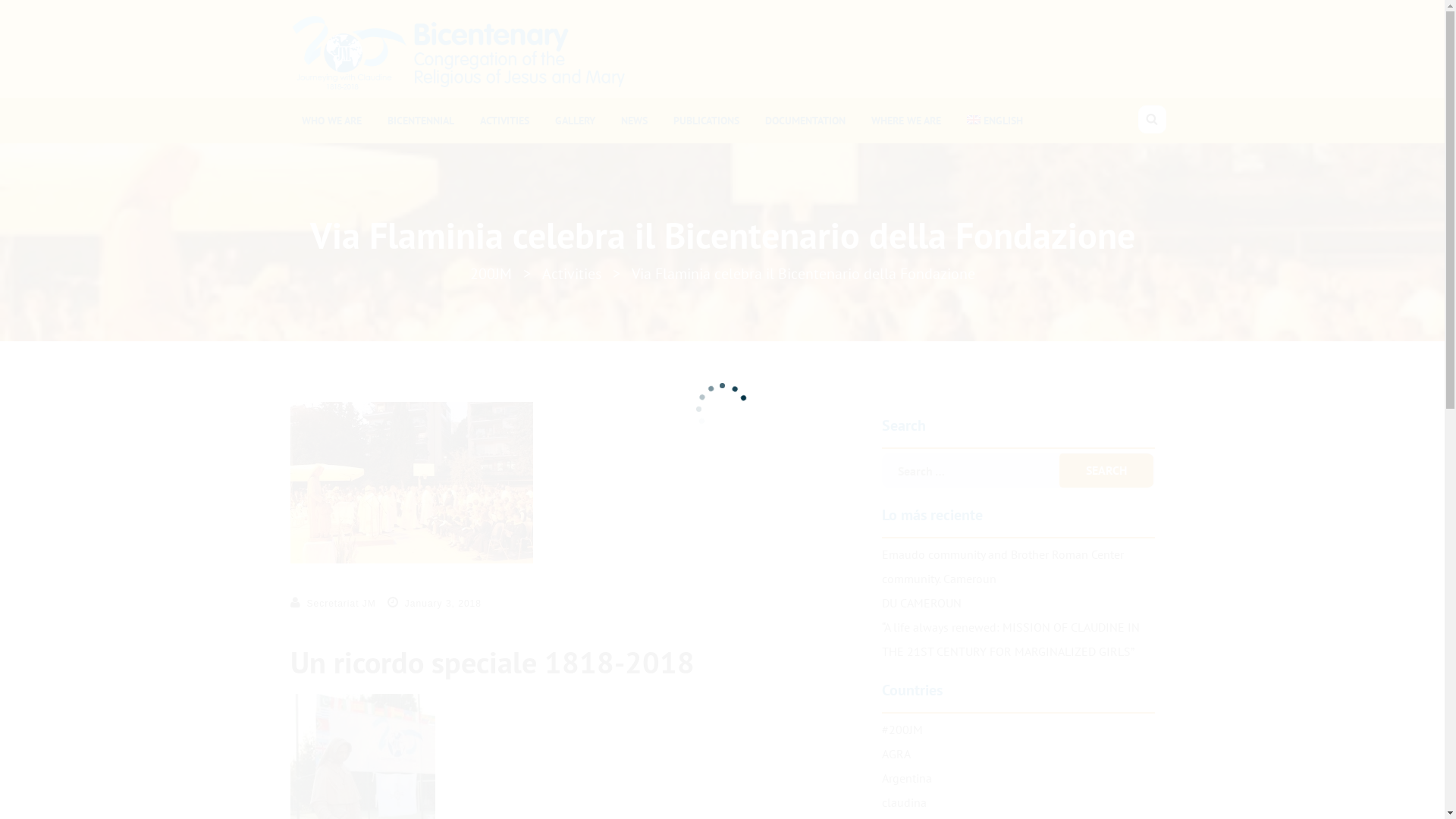 The image size is (1456, 819). I want to click on 'Secretariat JM', so click(305, 602).